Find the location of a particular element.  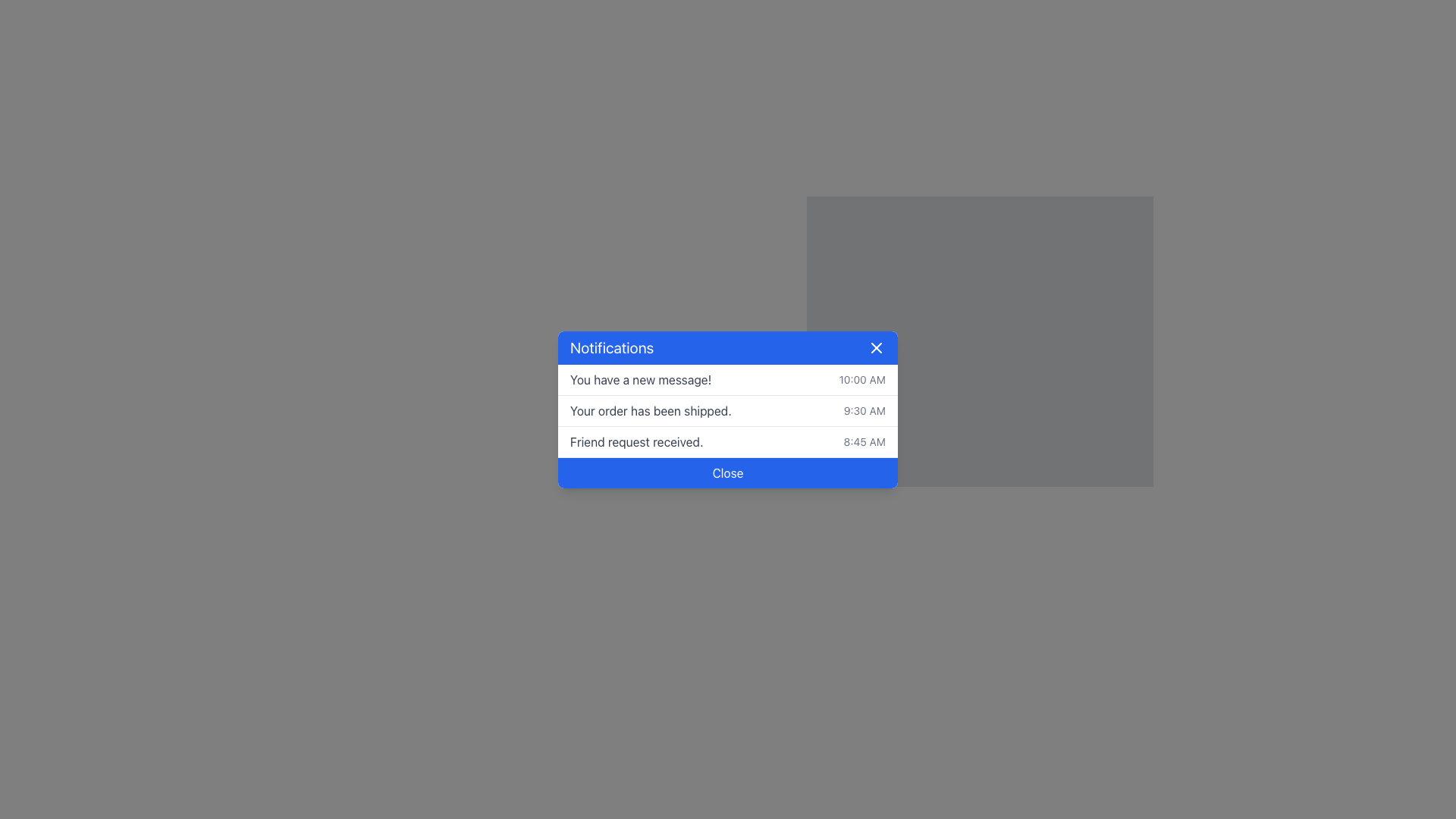

the 'Notifications' text label styled in white text on a blue background, located at the top-left of the header bar is located at coordinates (612, 347).